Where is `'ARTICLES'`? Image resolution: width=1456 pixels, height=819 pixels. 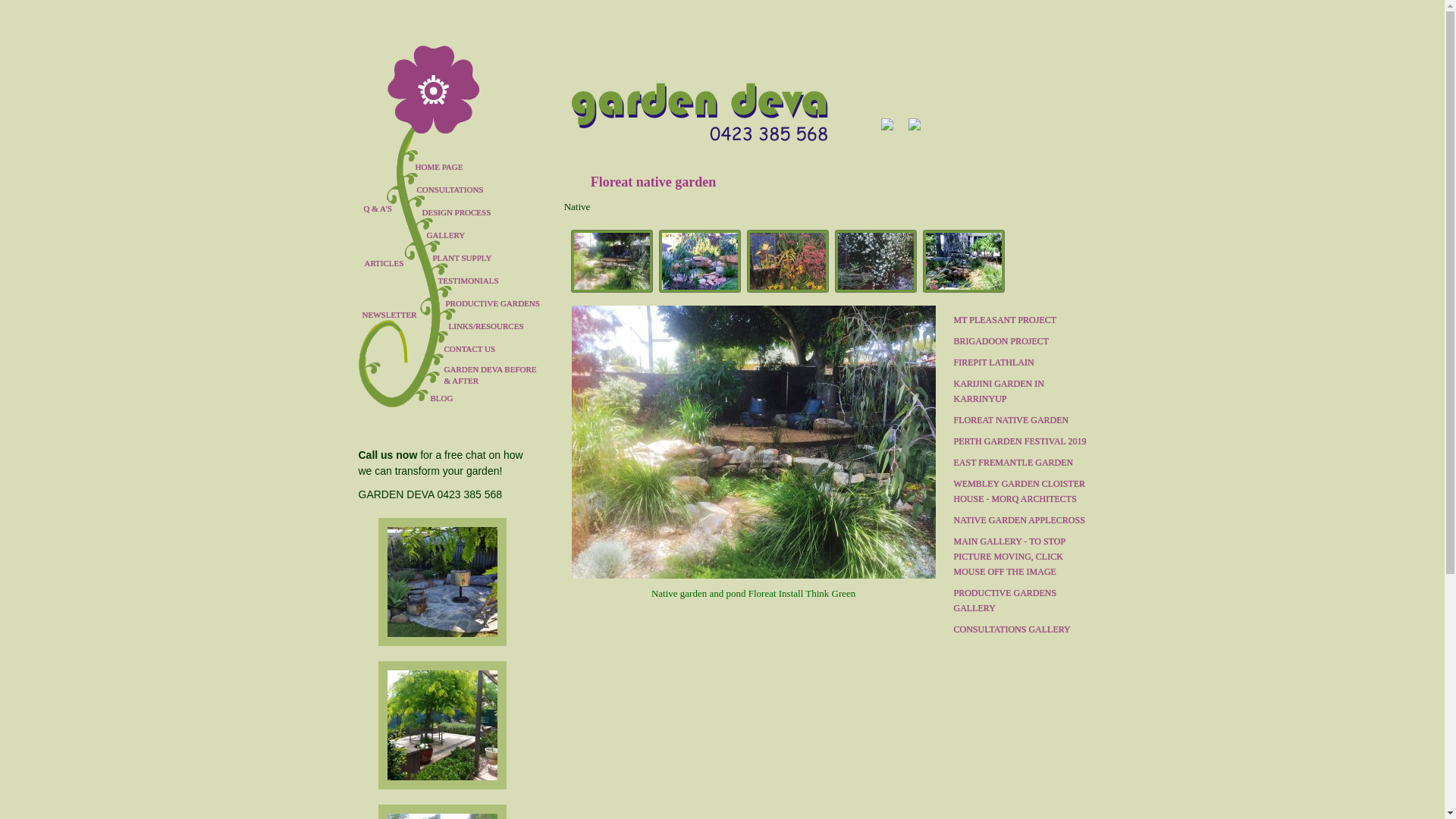 'ARTICLES' is located at coordinates (394, 262).